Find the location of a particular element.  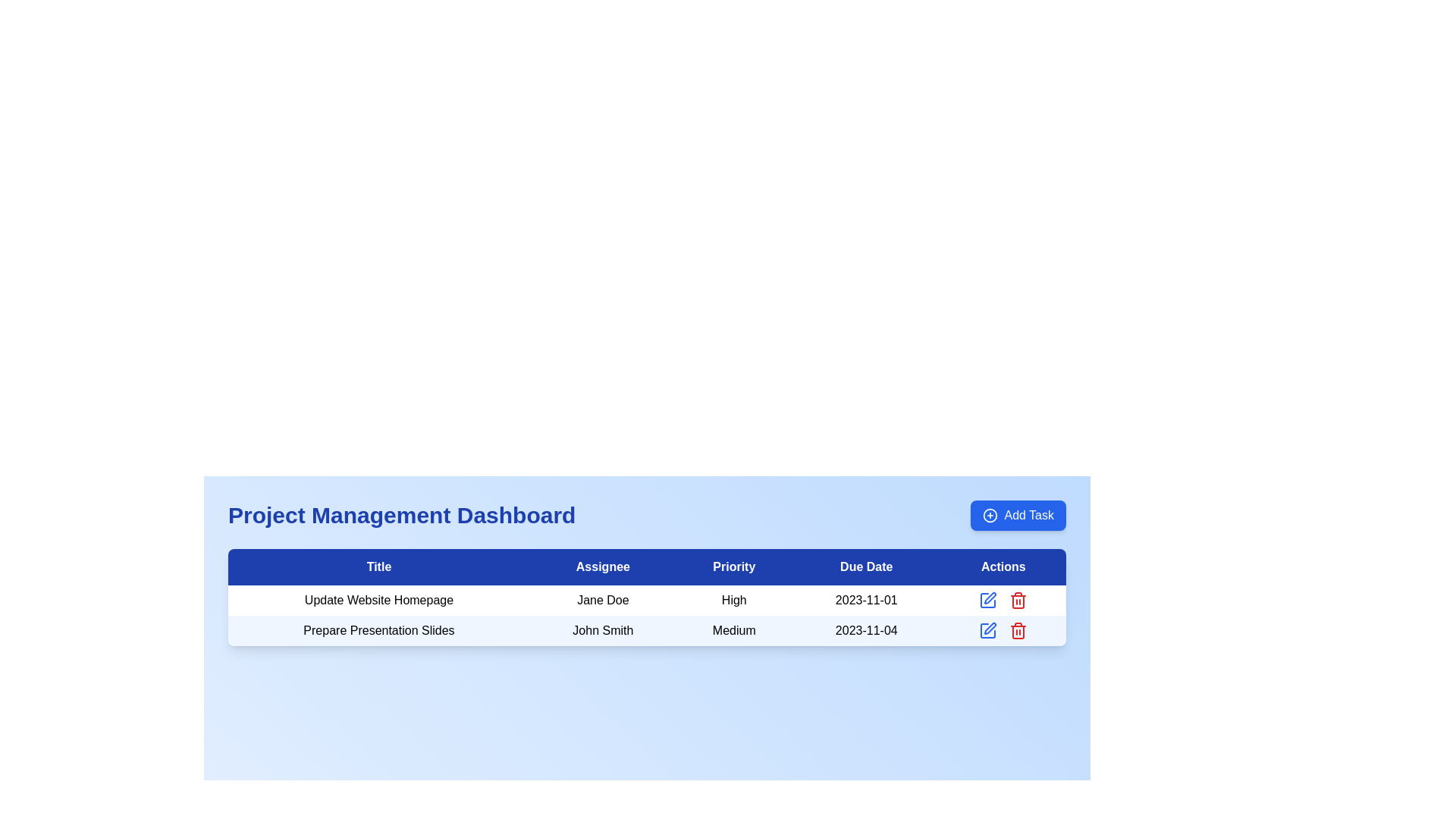

the static label 'Medium' located in the second row under the 'Priority' column, positioned between 'John Smith' and '2023-11-04' is located at coordinates (734, 631).